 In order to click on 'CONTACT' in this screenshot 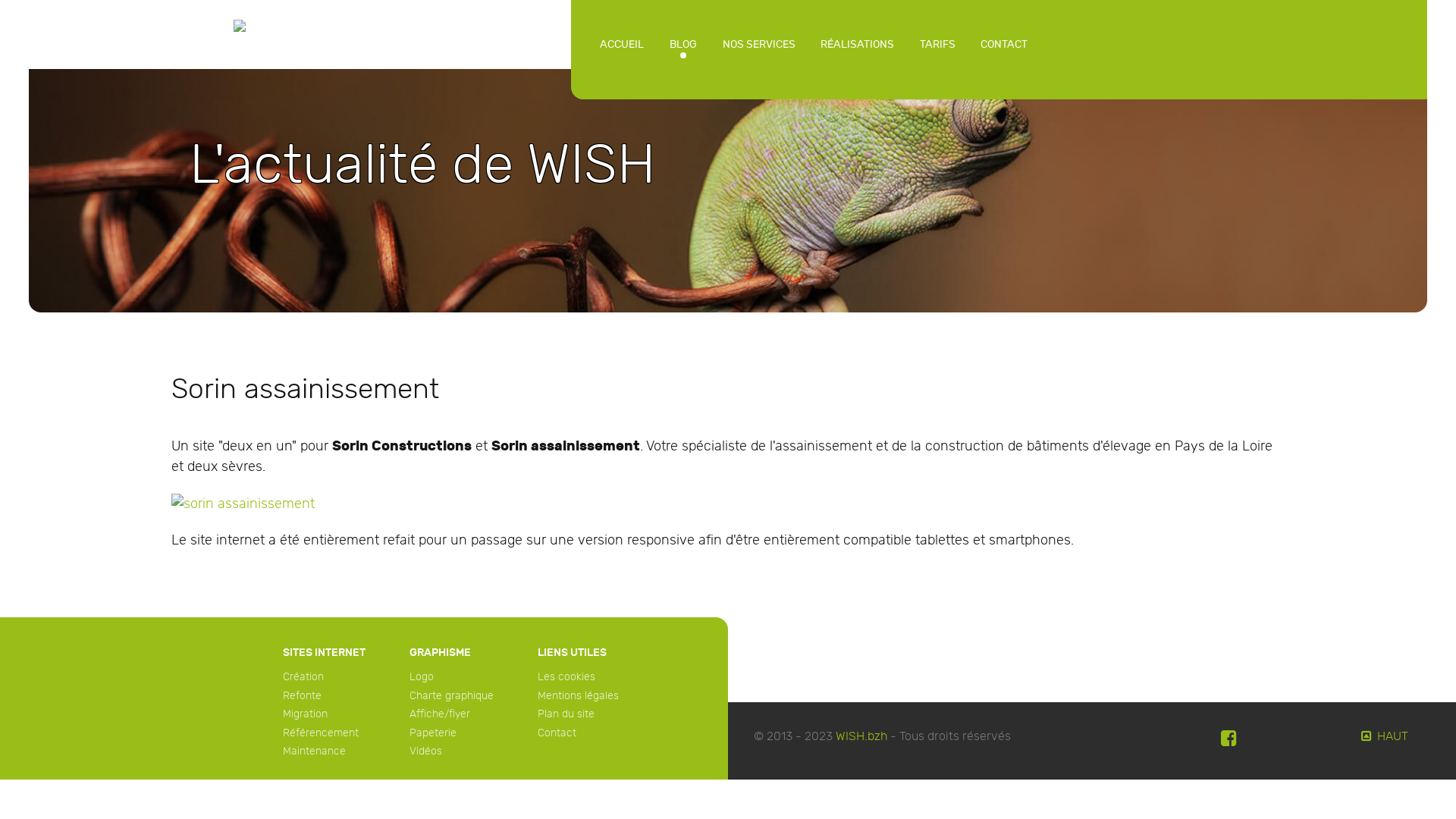, I will do `click(1004, 43)`.